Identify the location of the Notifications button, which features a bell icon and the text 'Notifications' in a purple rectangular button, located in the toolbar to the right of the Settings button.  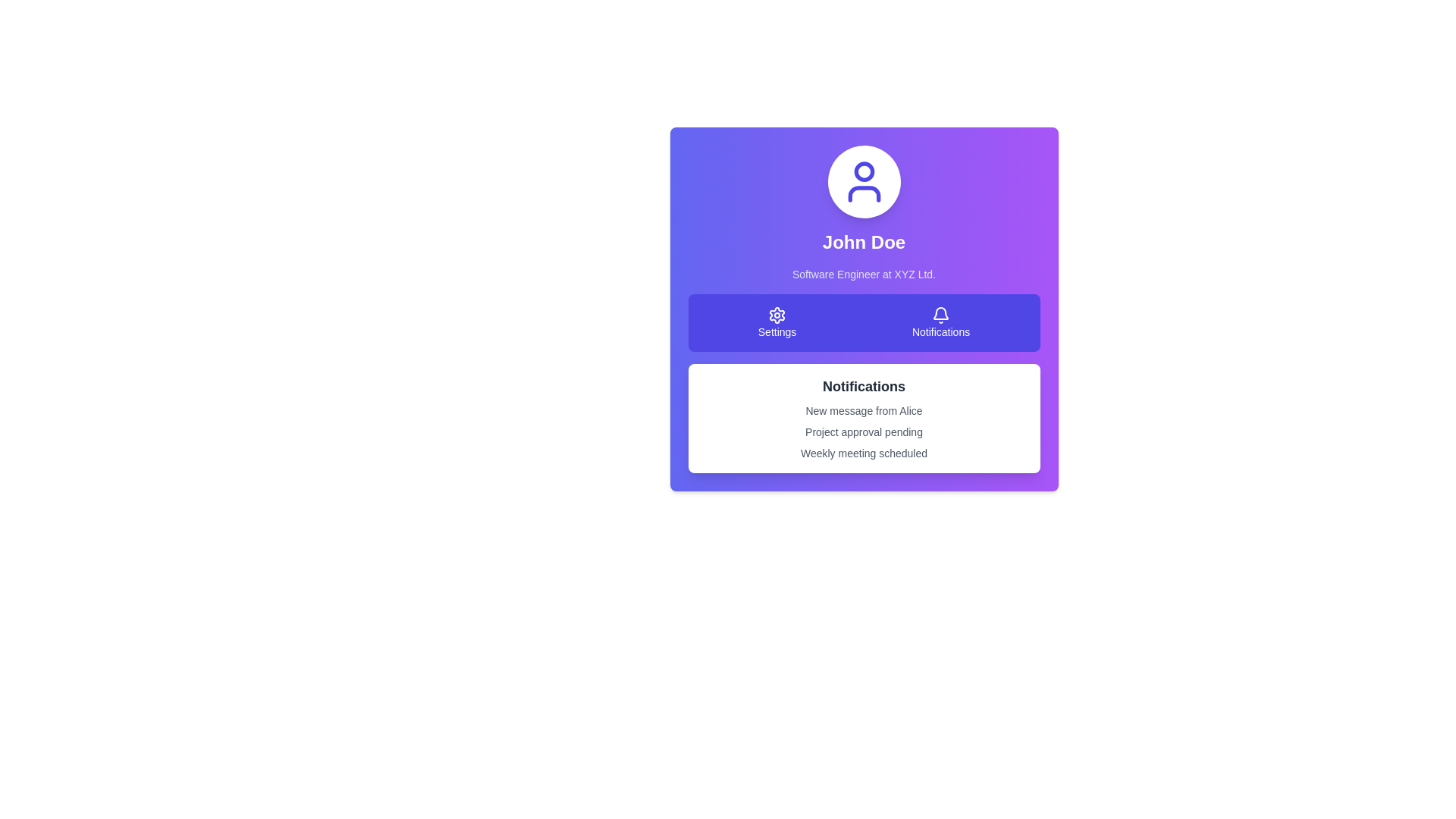
(940, 322).